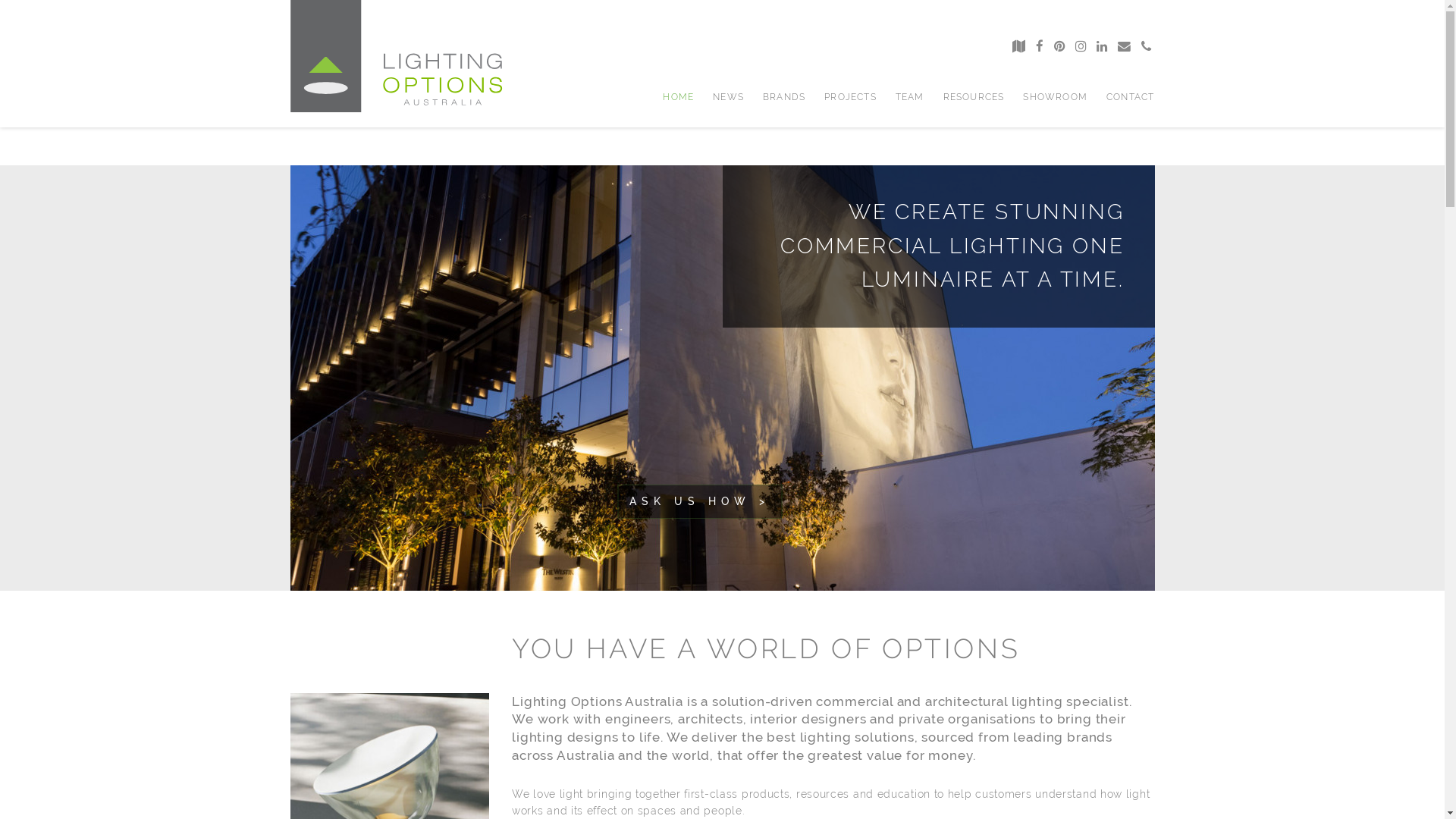 This screenshot has height=819, width=1456. I want to click on 'BRANDS', so click(763, 96).